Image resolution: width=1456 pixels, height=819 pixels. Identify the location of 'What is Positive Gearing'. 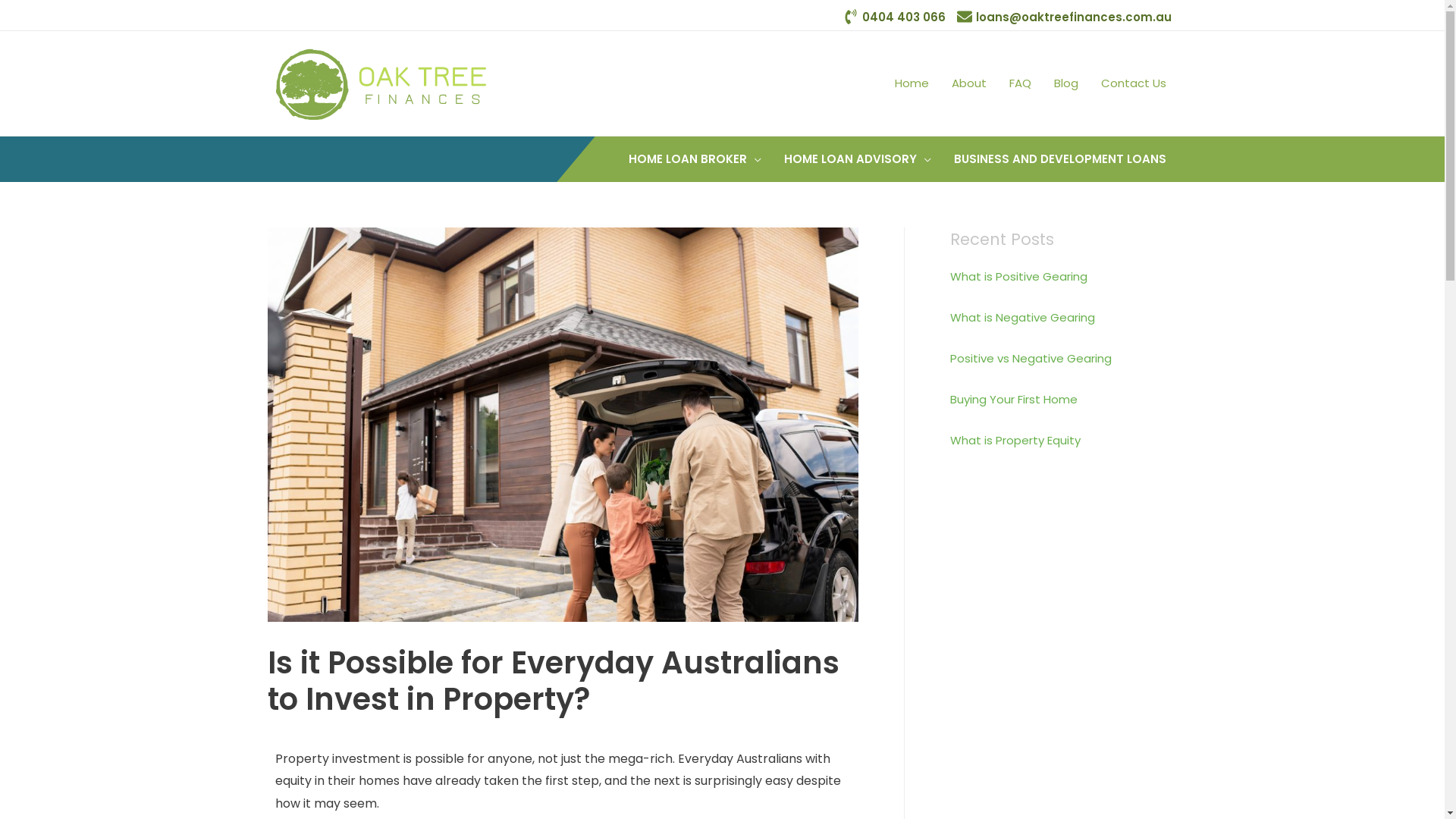
(1018, 276).